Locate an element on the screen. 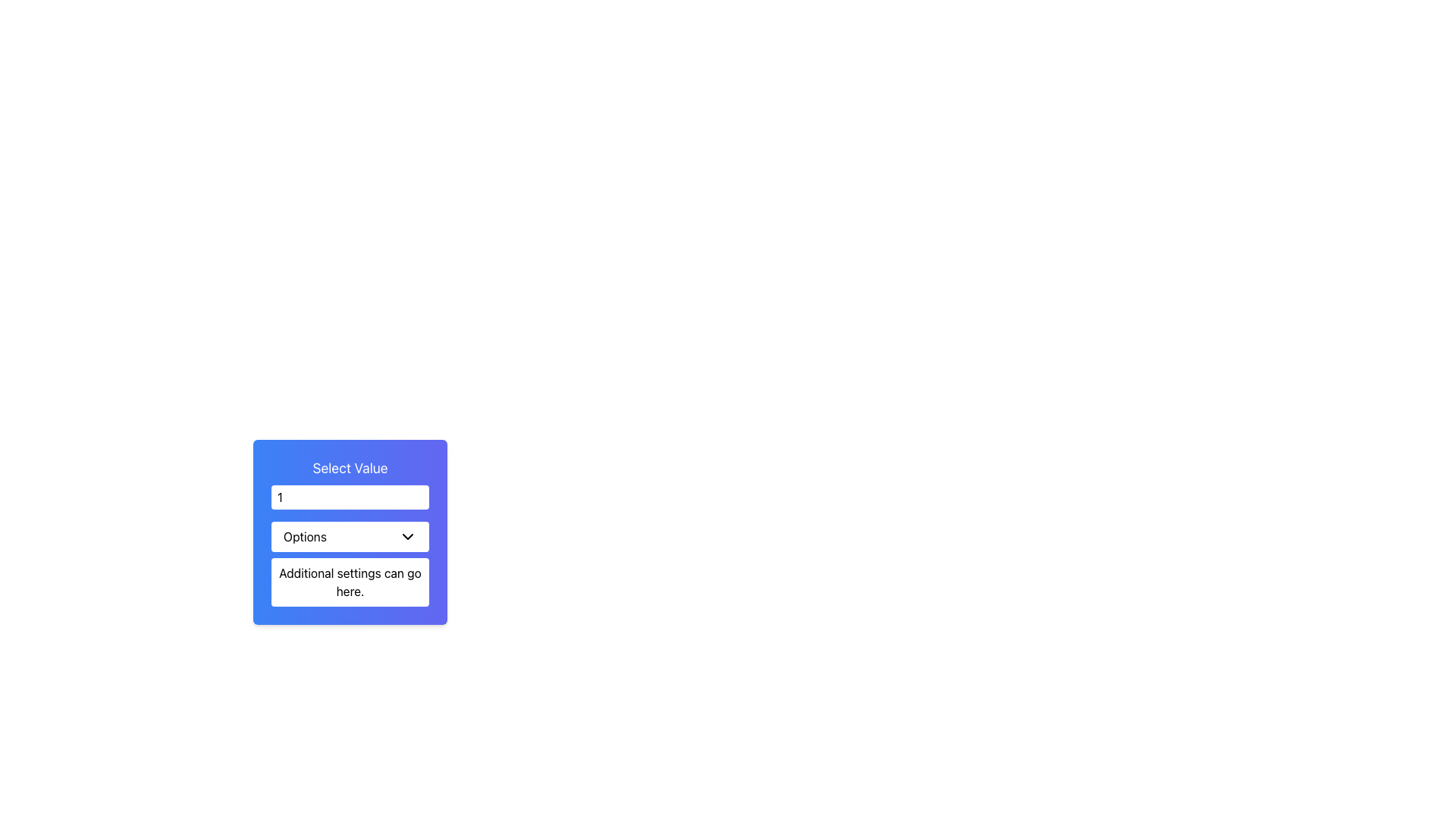 The image size is (1456, 819). the downward-pointing chevron icon located at the far right of the 'Options' button is located at coordinates (407, 536).